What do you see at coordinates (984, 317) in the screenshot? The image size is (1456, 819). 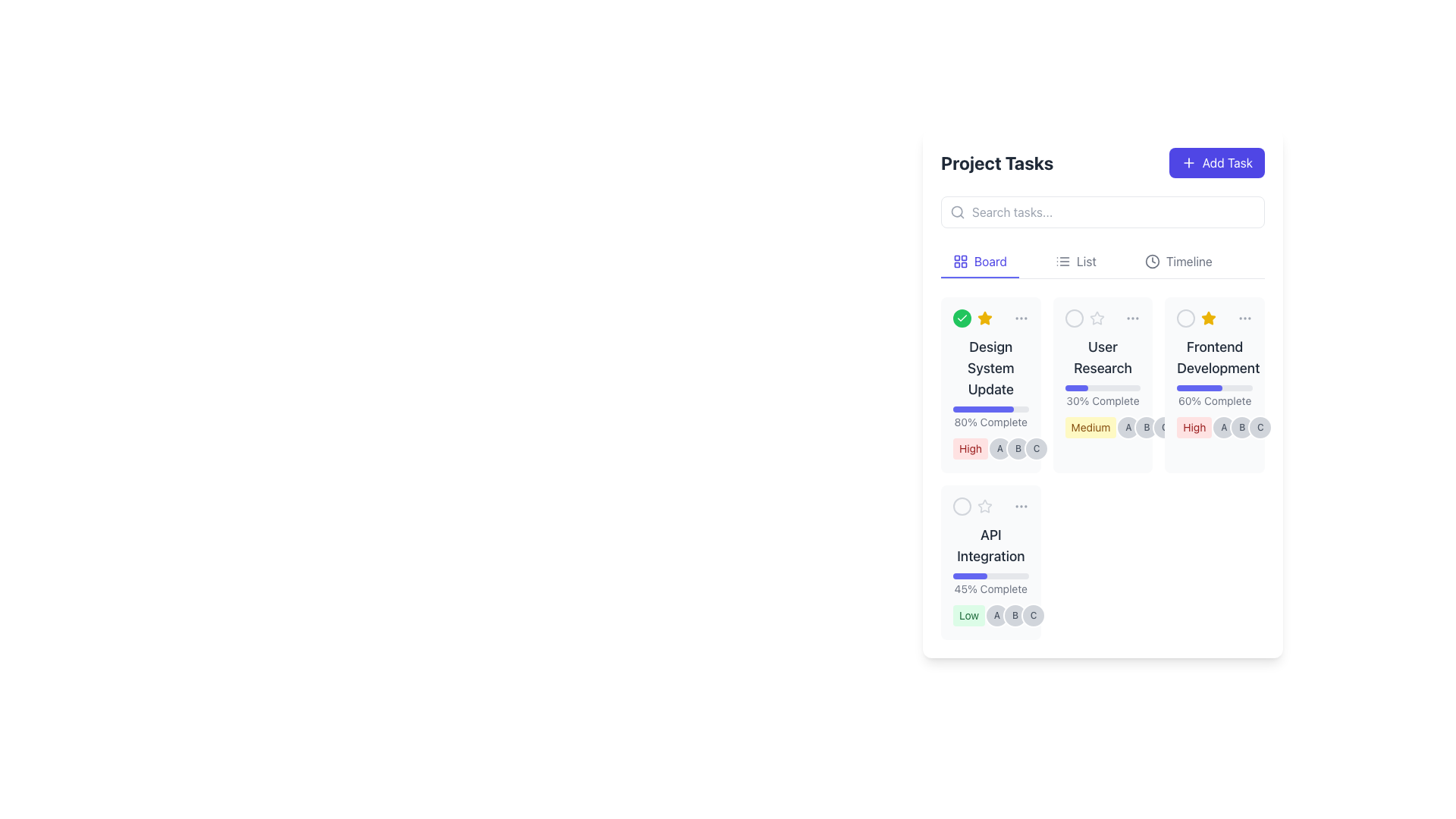 I see `the active star-shaped icon with a filled yellow color located in the top-left corner of the card labeled 'Design System Update'` at bounding box center [984, 317].